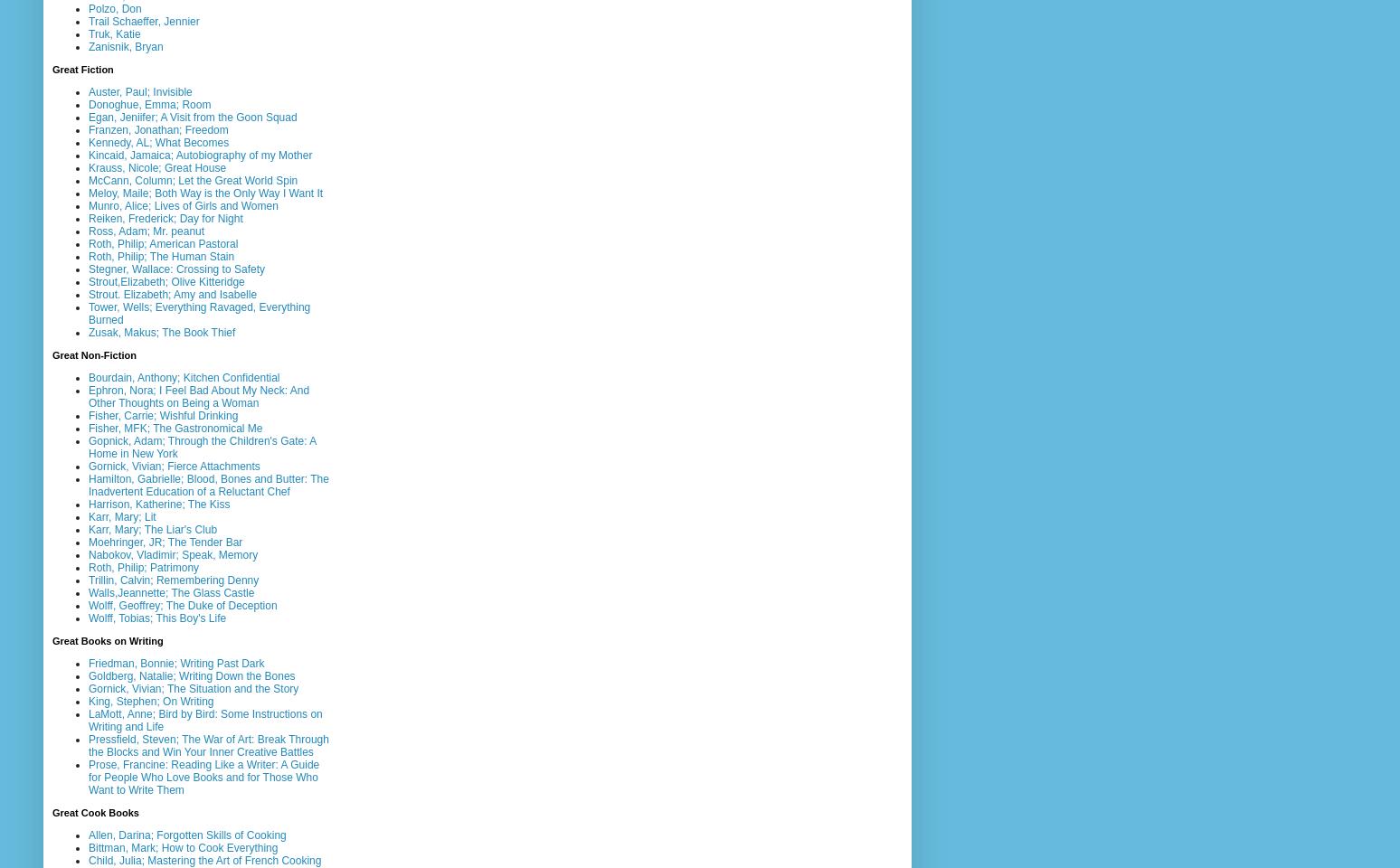 The image size is (1400, 868). Describe the element at coordinates (156, 166) in the screenshot. I see `'Krauss, Nicole; Great House'` at that location.